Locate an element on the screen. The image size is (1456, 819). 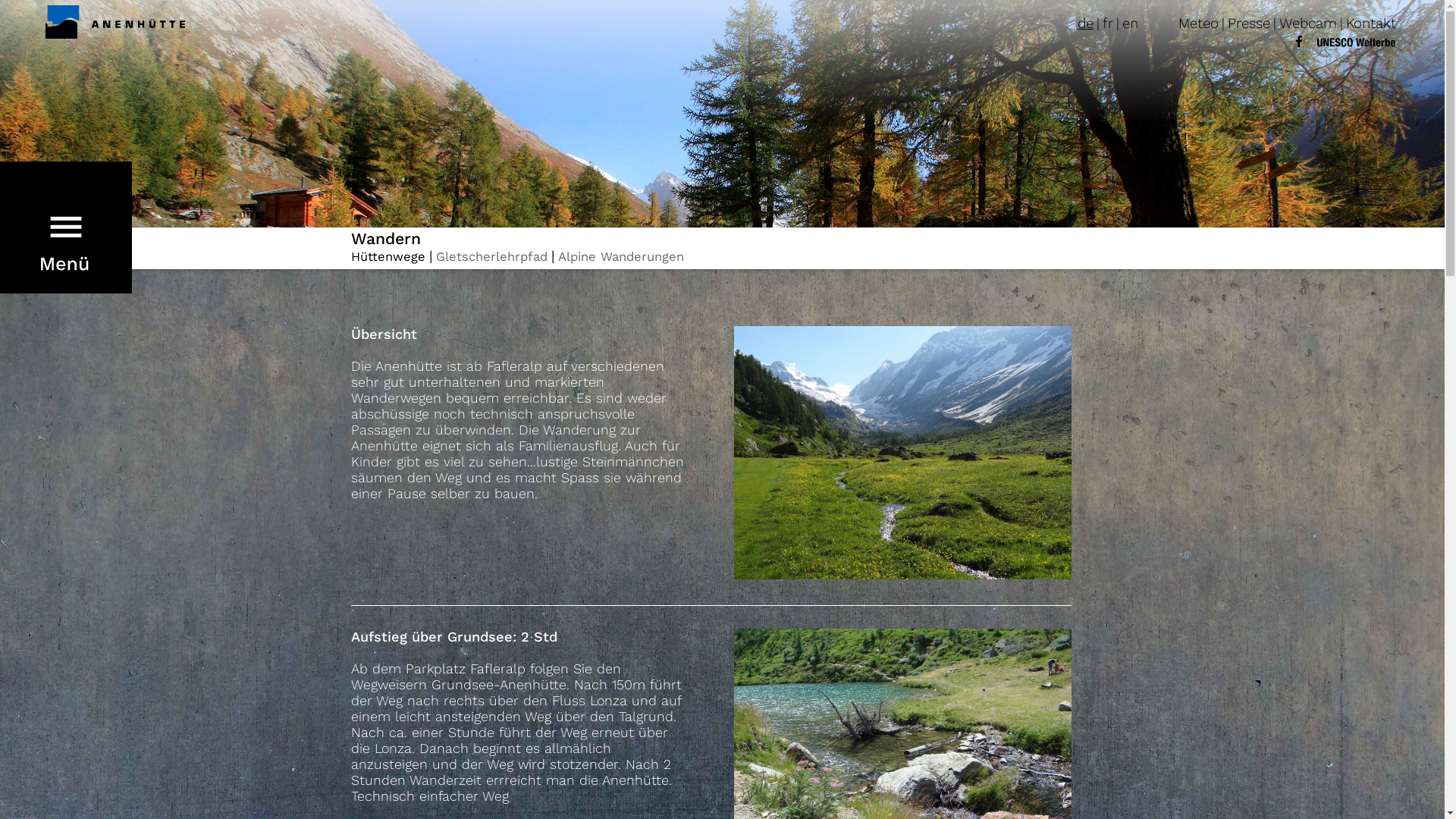
'en' is located at coordinates (1122, 23).